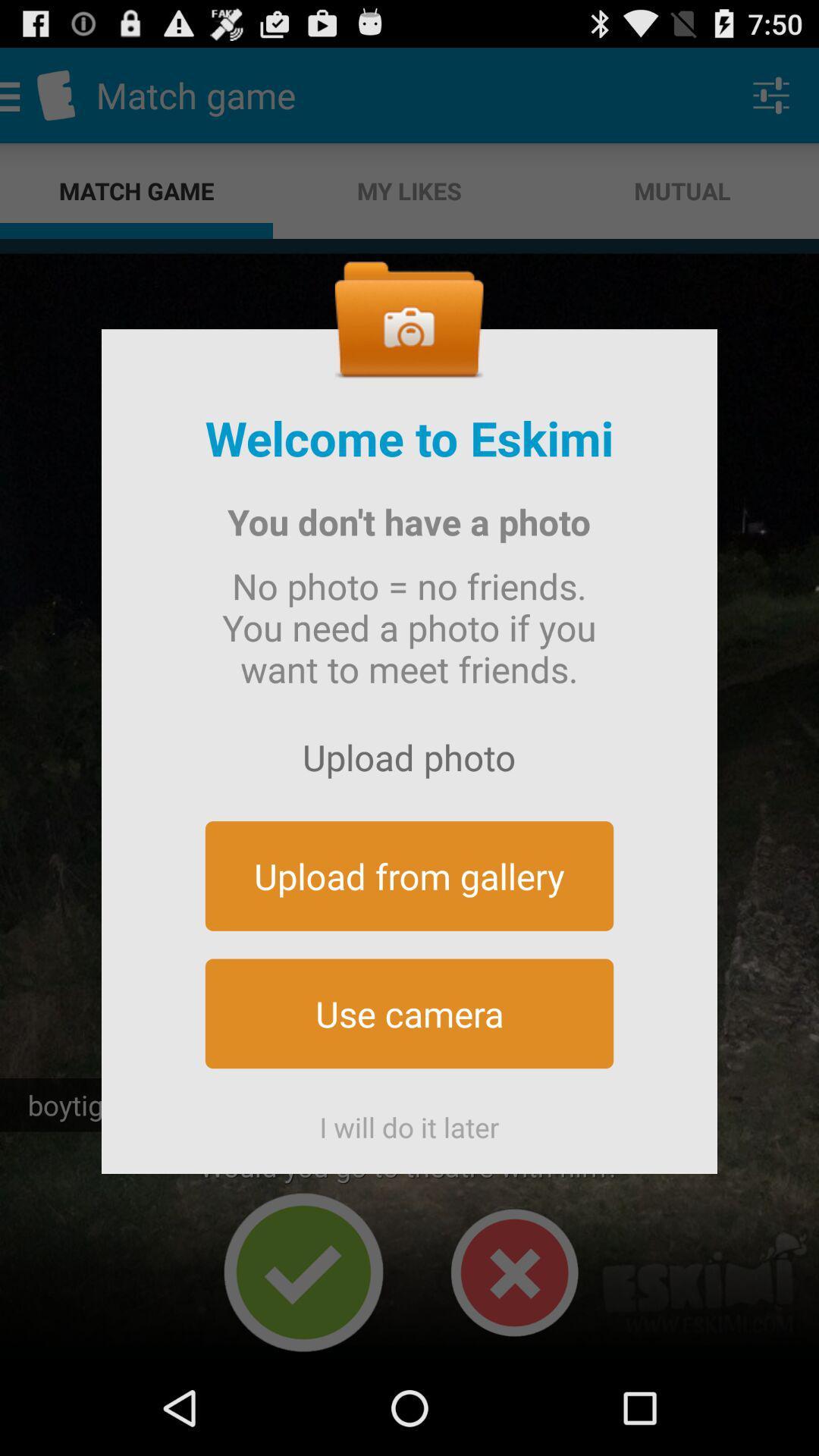 This screenshot has width=819, height=1456. I want to click on the item below the use camera, so click(409, 1121).